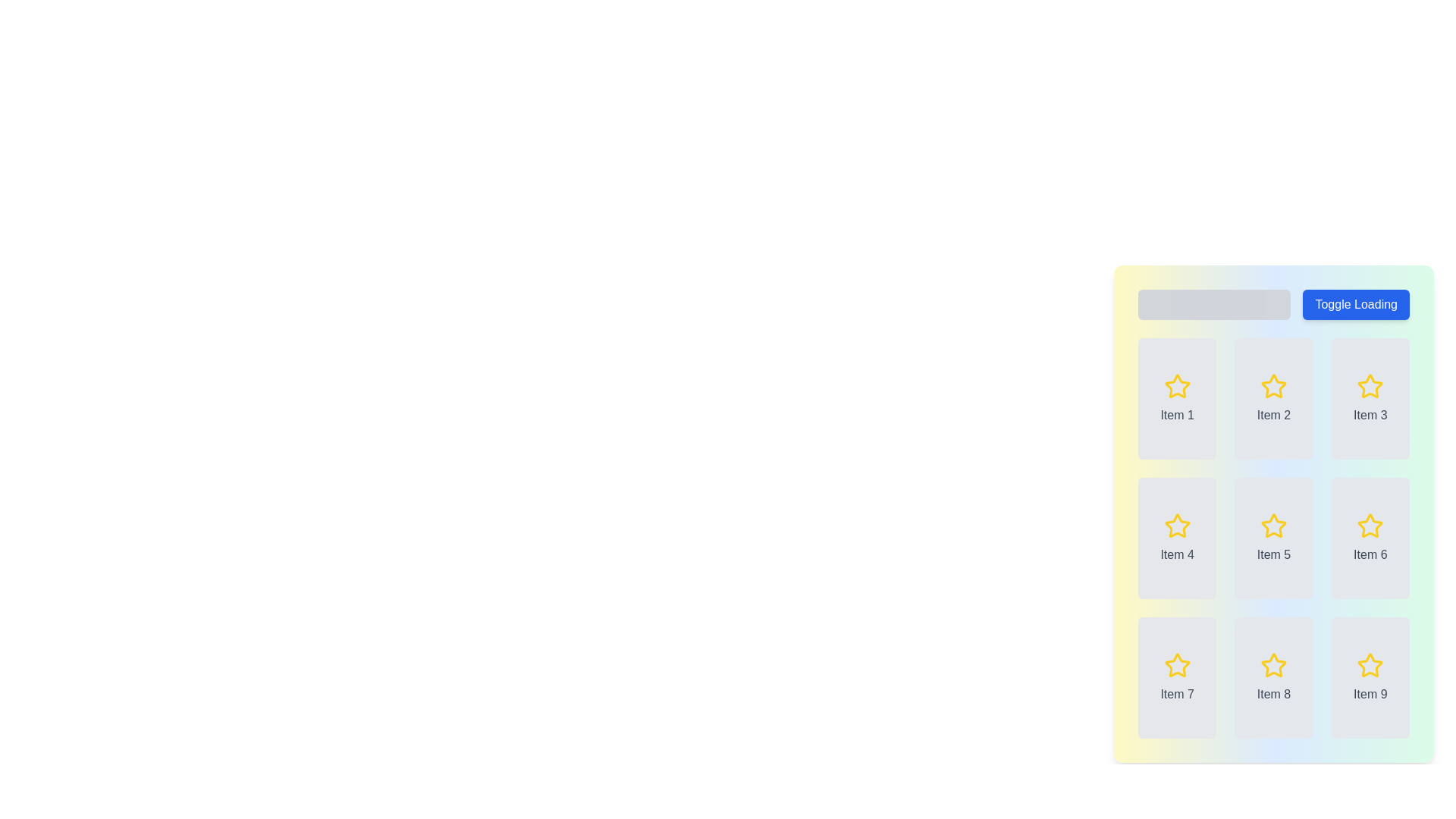  Describe the element at coordinates (1370, 665) in the screenshot. I see `the star icon that serves as a rating or selection indicator for Item 9, located in the bottom-right cell of the 3x3 grid layout` at that location.